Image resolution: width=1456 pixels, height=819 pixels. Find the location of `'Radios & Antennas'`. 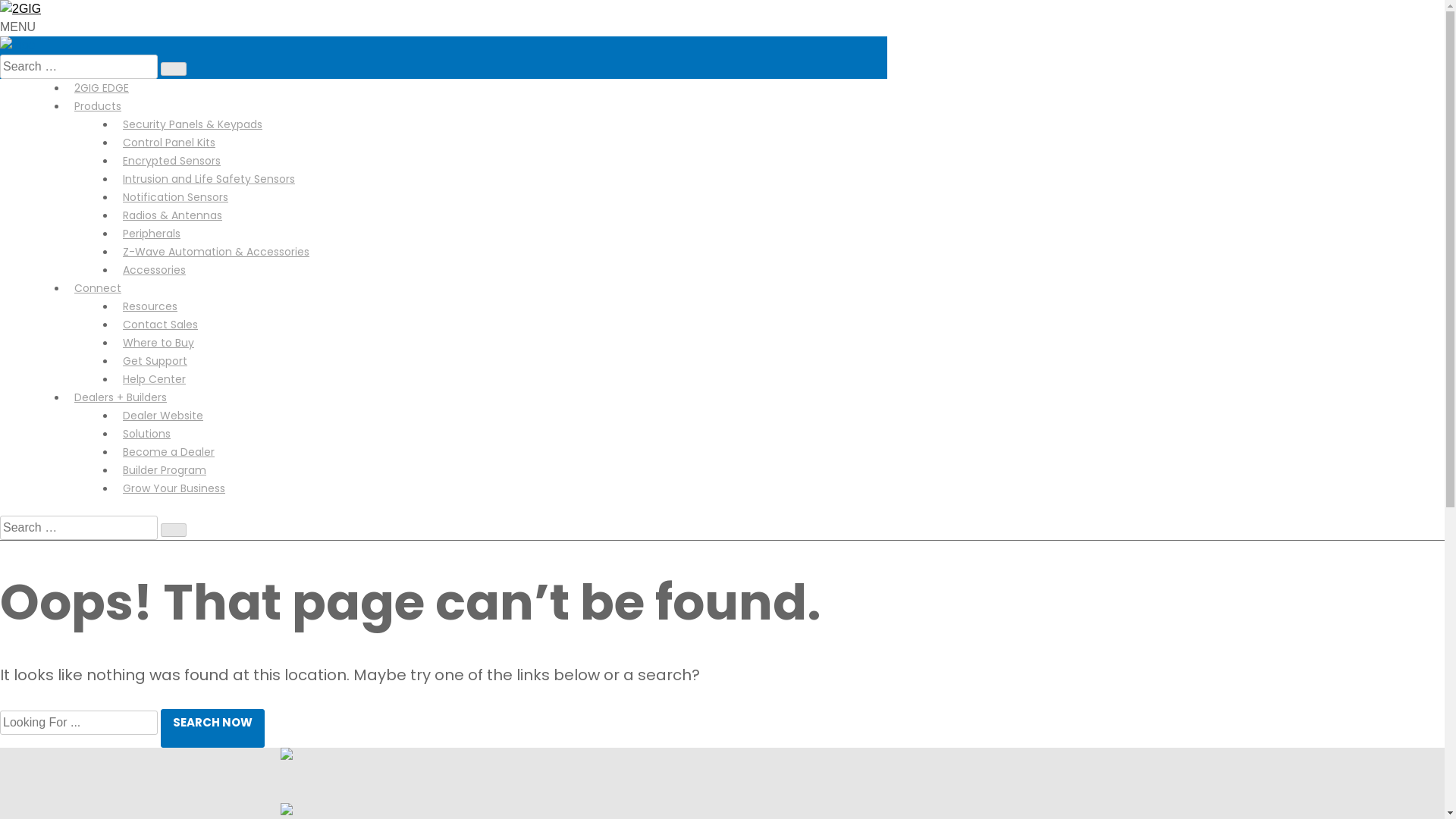

'Radios & Antennas' is located at coordinates (172, 215).